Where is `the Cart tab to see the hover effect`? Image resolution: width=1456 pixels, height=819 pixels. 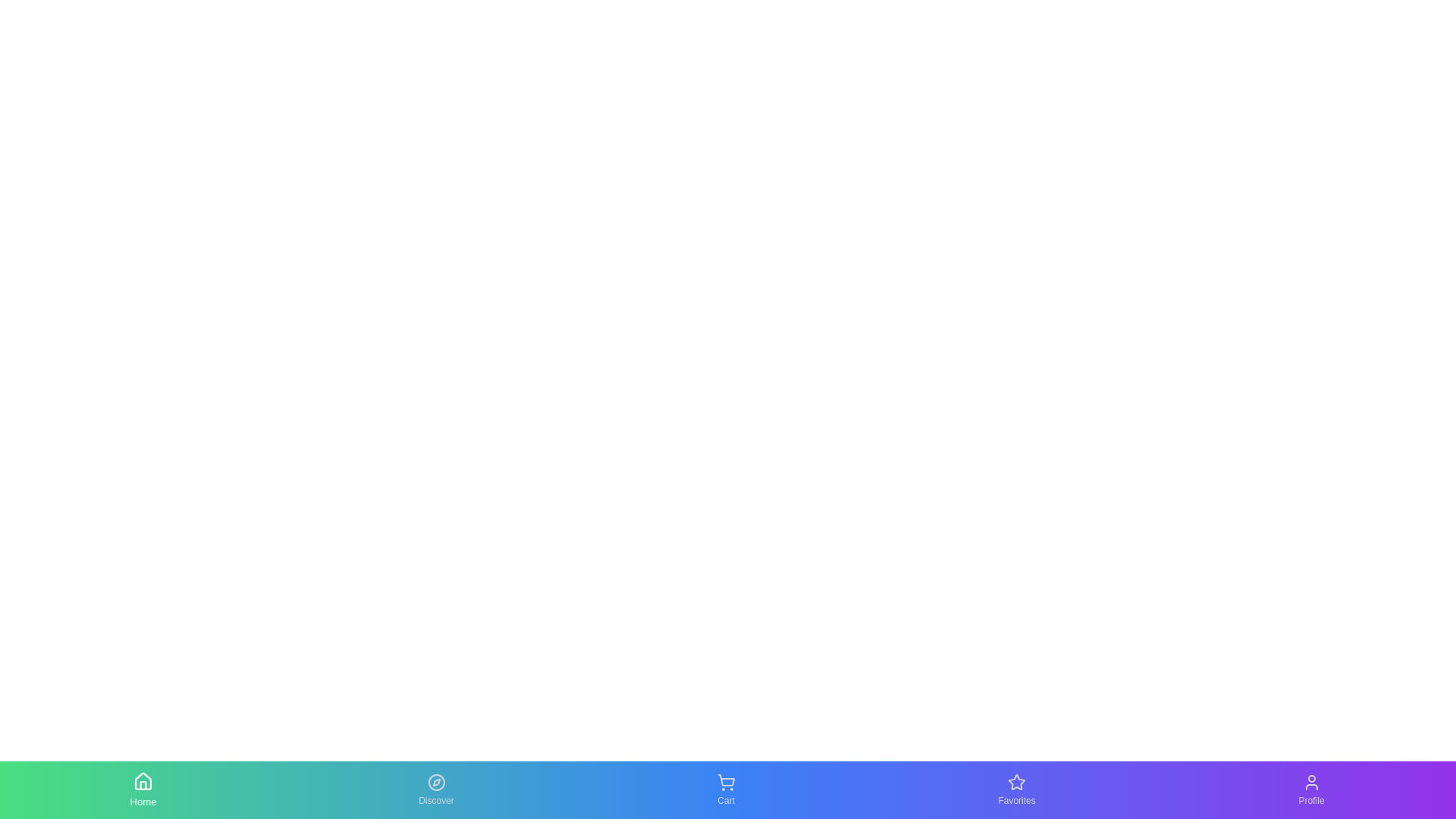 the Cart tab to see the hover effect is located at coordinates (724, 789).